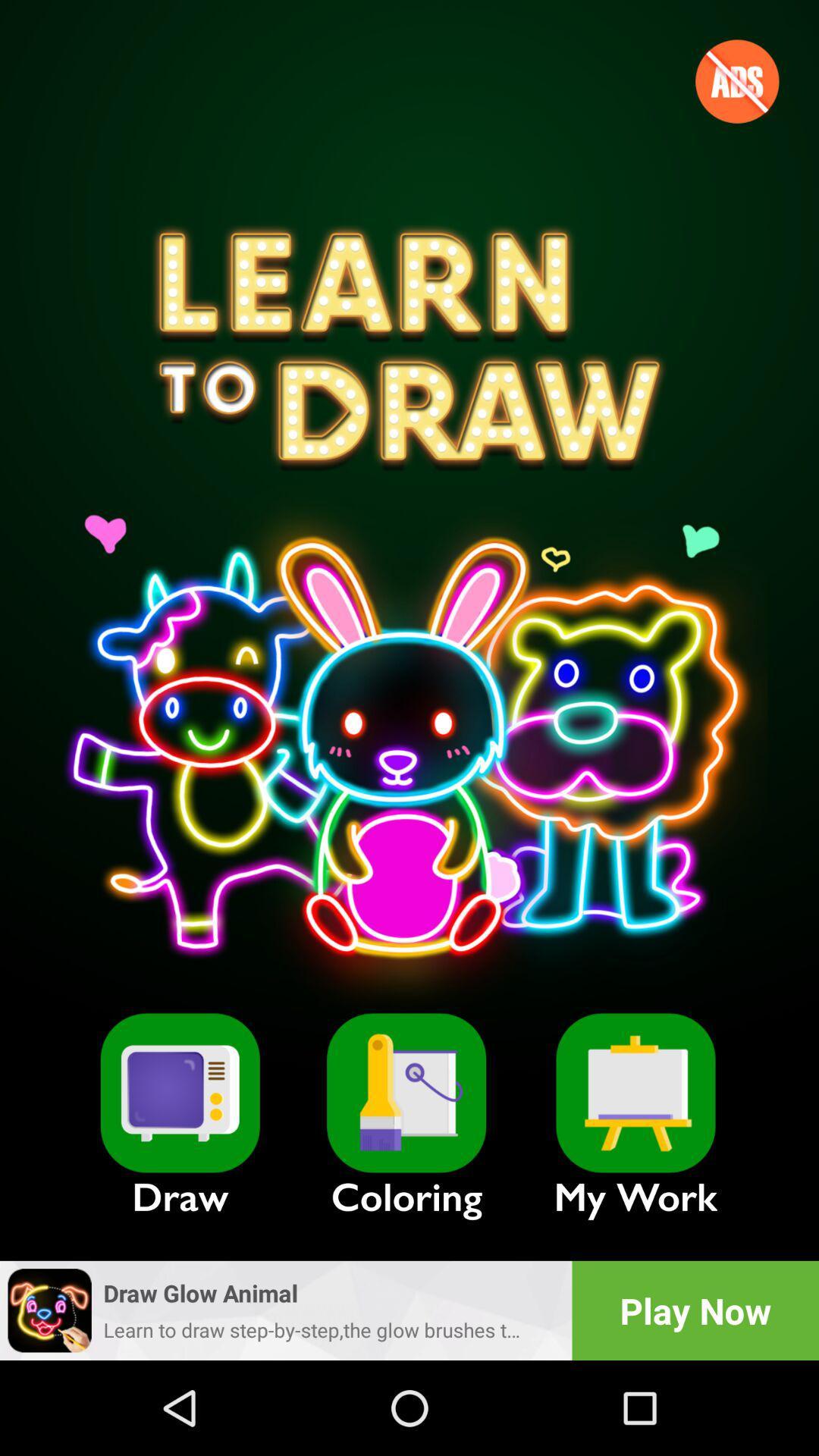 The image size is (819, 1456). Describe the element at coordinates (179, 1093) in the screenshot. I see `the chat icon` at that location.